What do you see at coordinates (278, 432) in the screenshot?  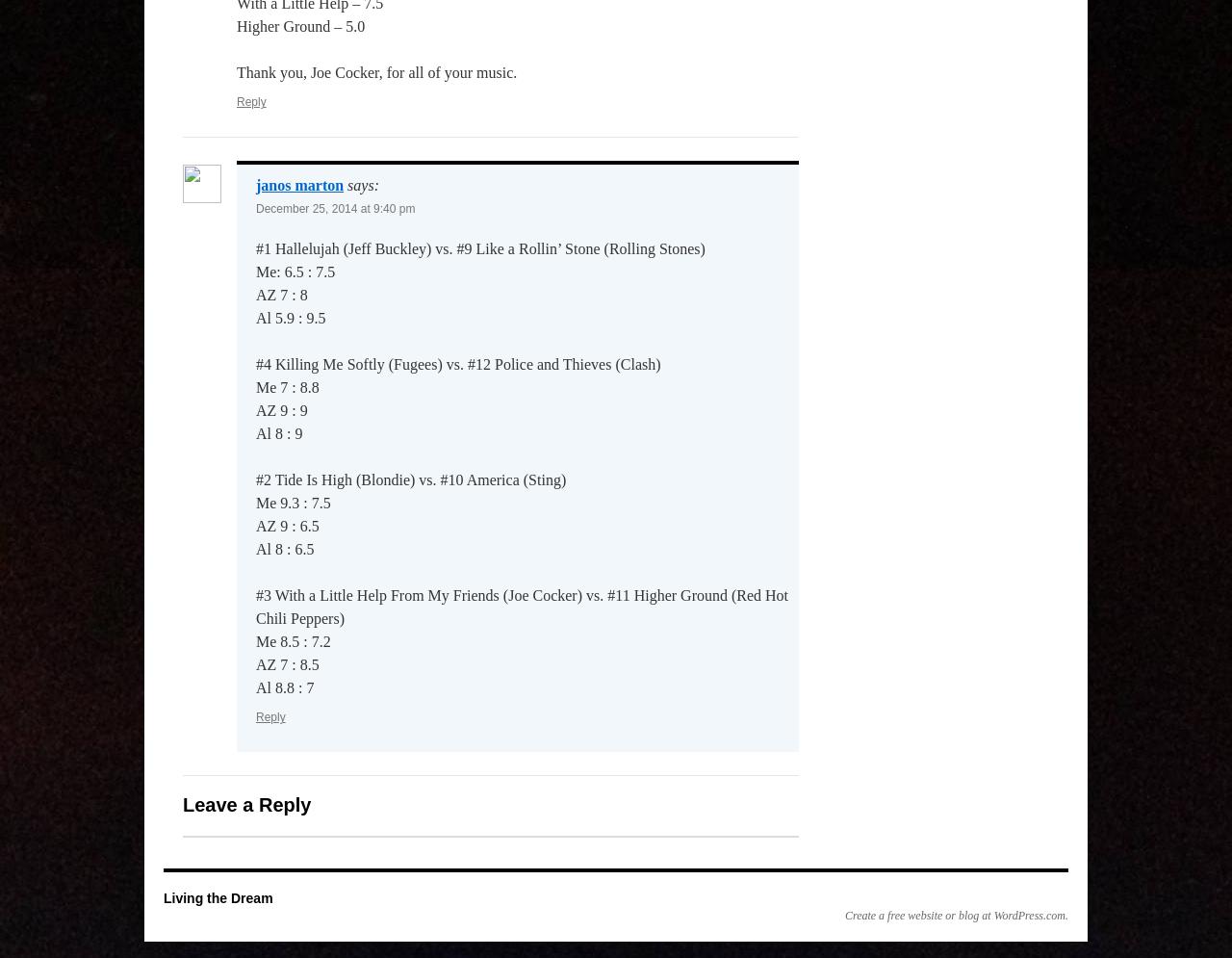 I see `'Al  8 : 9'` at bounding box center [278, 432].